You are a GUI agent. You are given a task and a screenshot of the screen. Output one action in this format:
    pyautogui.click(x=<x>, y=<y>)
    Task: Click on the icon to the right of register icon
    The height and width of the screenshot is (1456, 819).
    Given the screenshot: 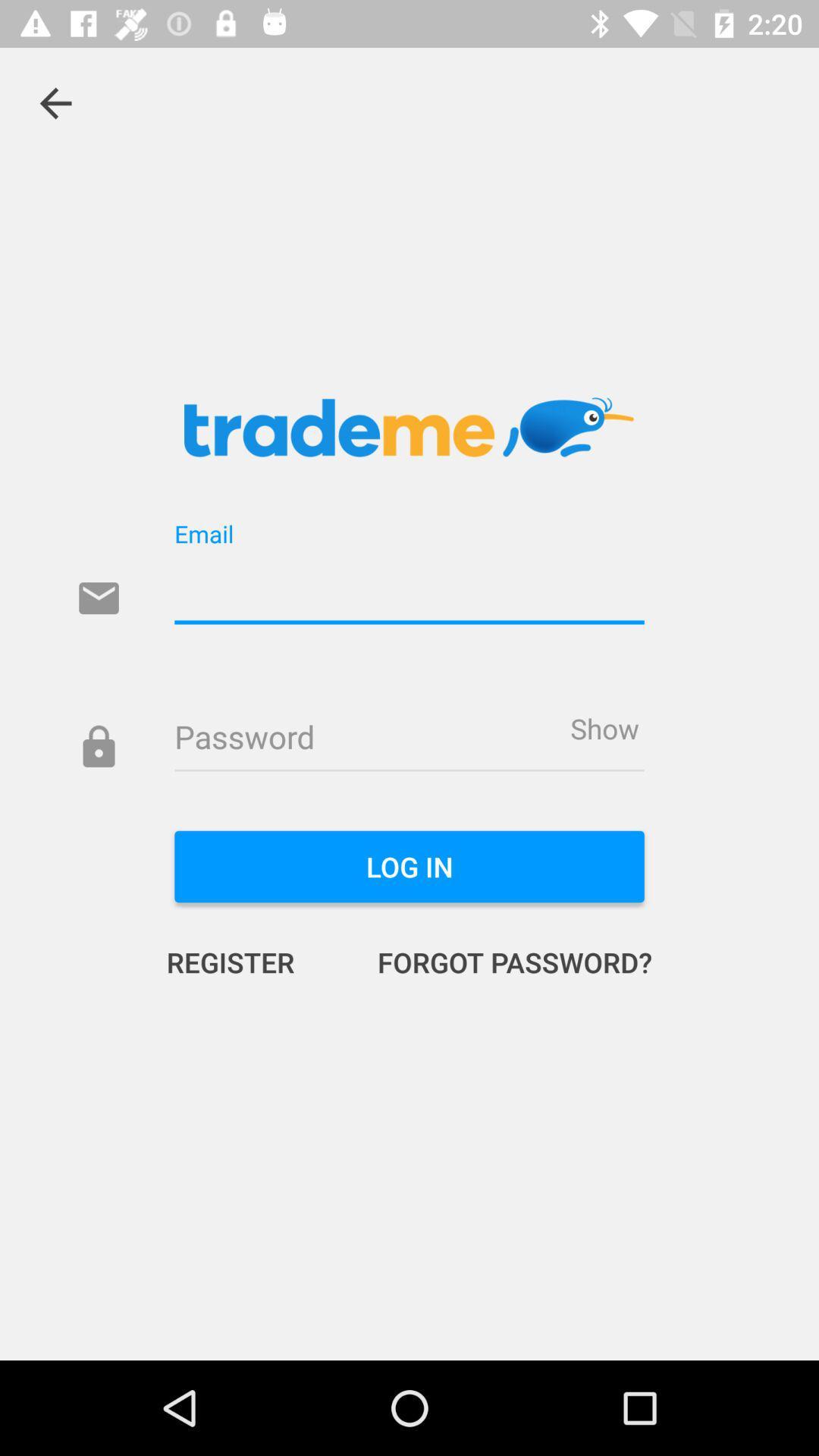 What is the action you would take?
    pyautogui.click(x=499, y=961)
    